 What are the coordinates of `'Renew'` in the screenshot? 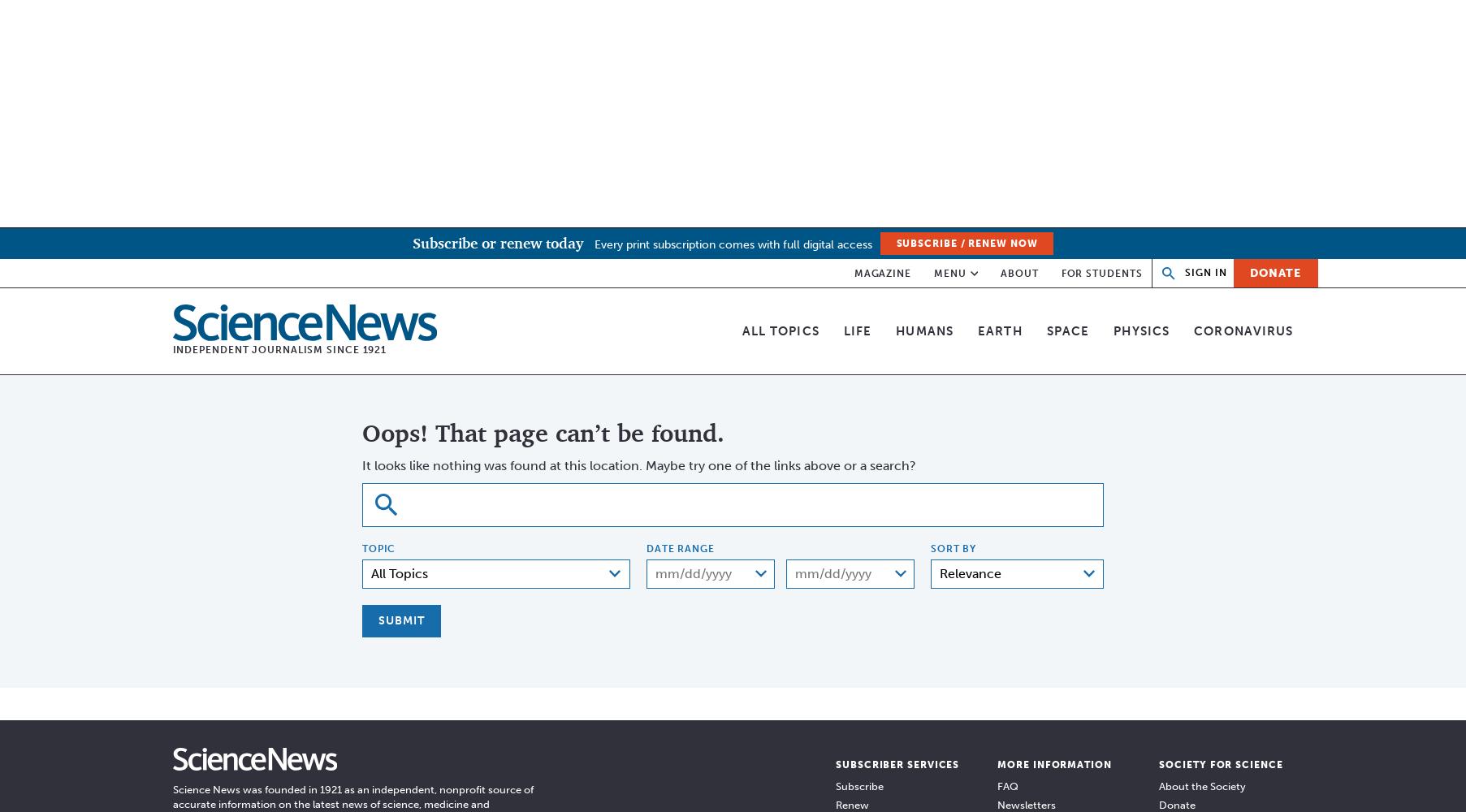 It's located at (852, 803).